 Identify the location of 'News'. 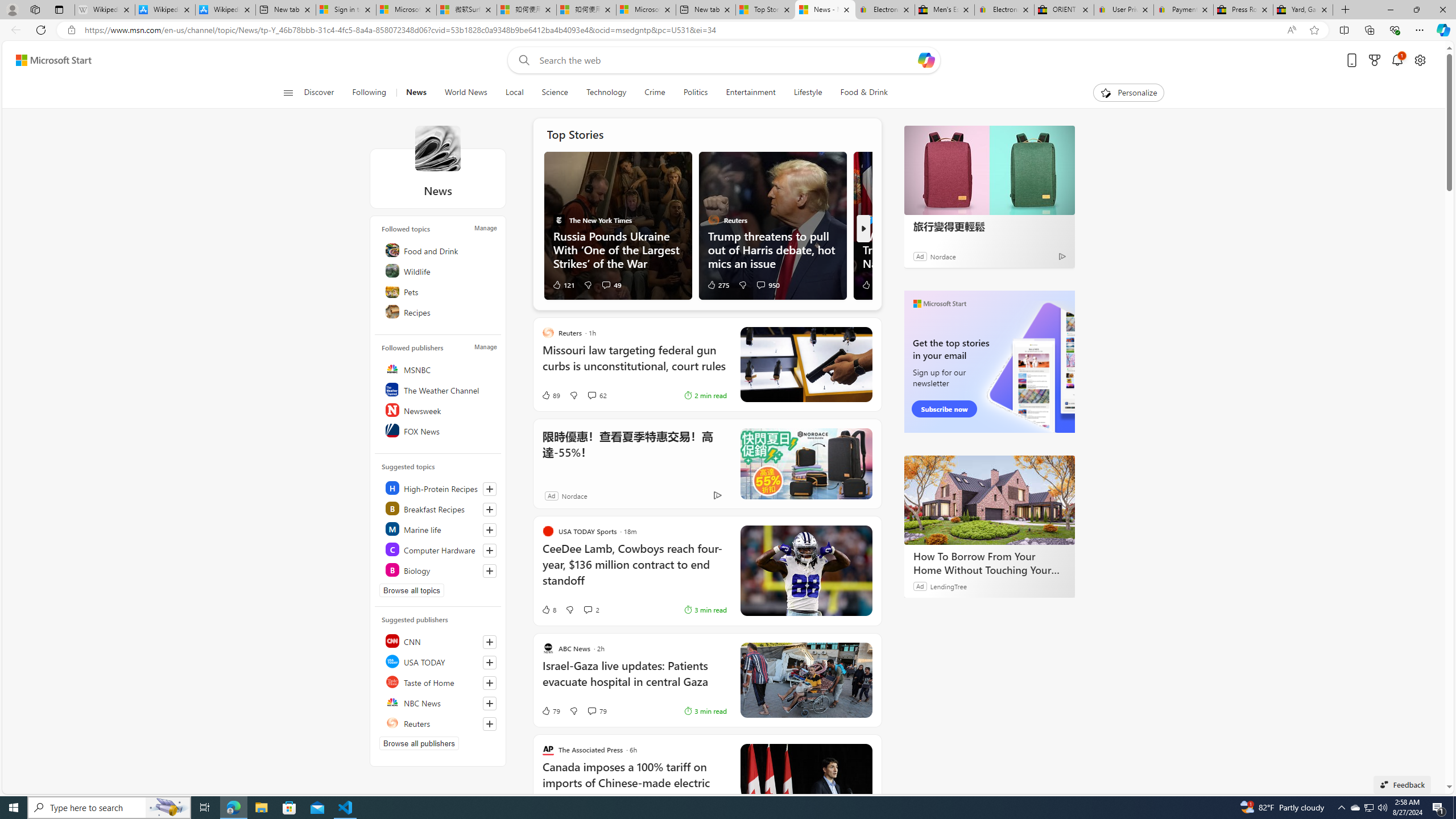
(437, 148).